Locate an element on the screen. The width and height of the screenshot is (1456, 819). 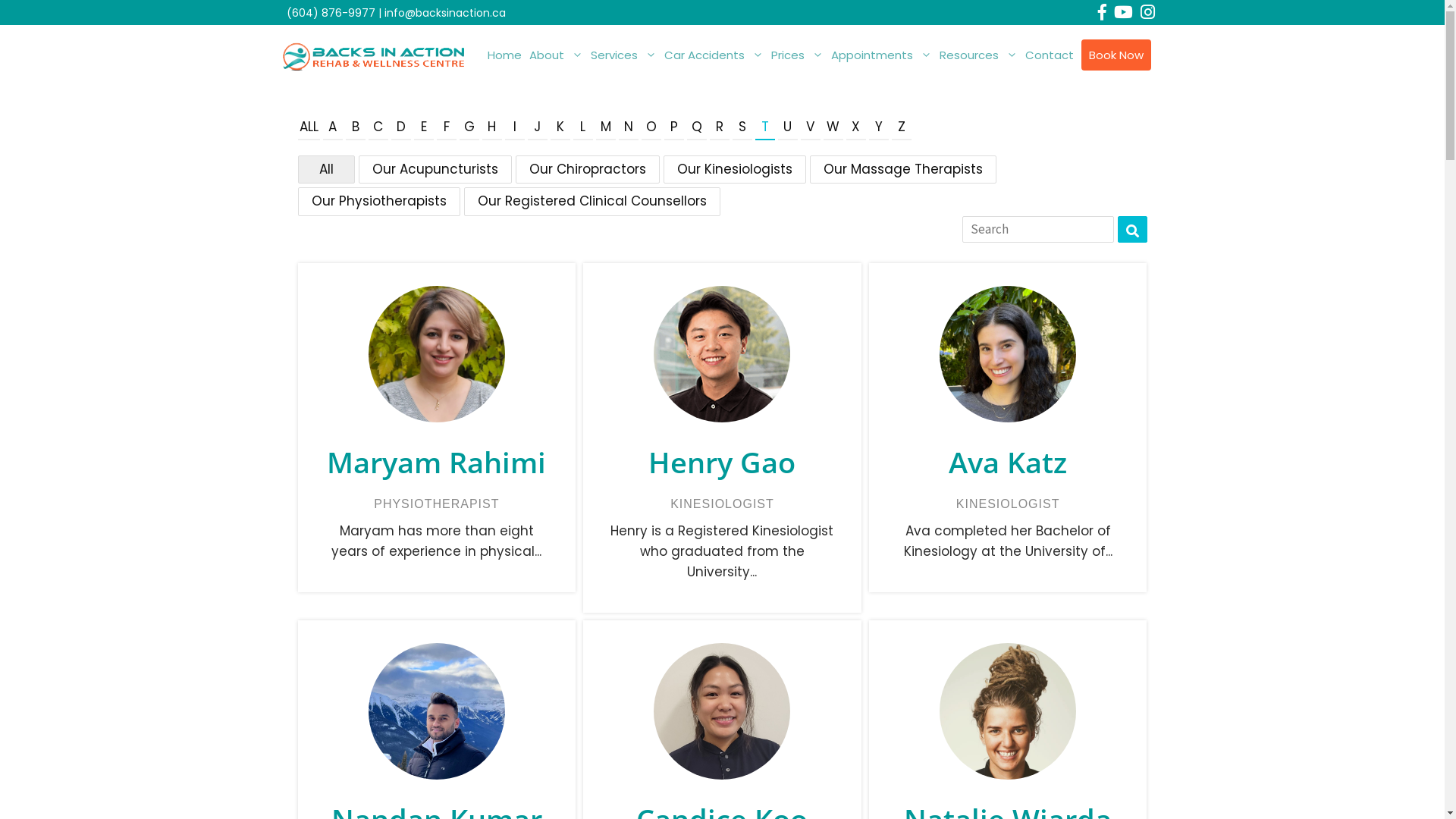
'X' is located at coordinates (855, 127).